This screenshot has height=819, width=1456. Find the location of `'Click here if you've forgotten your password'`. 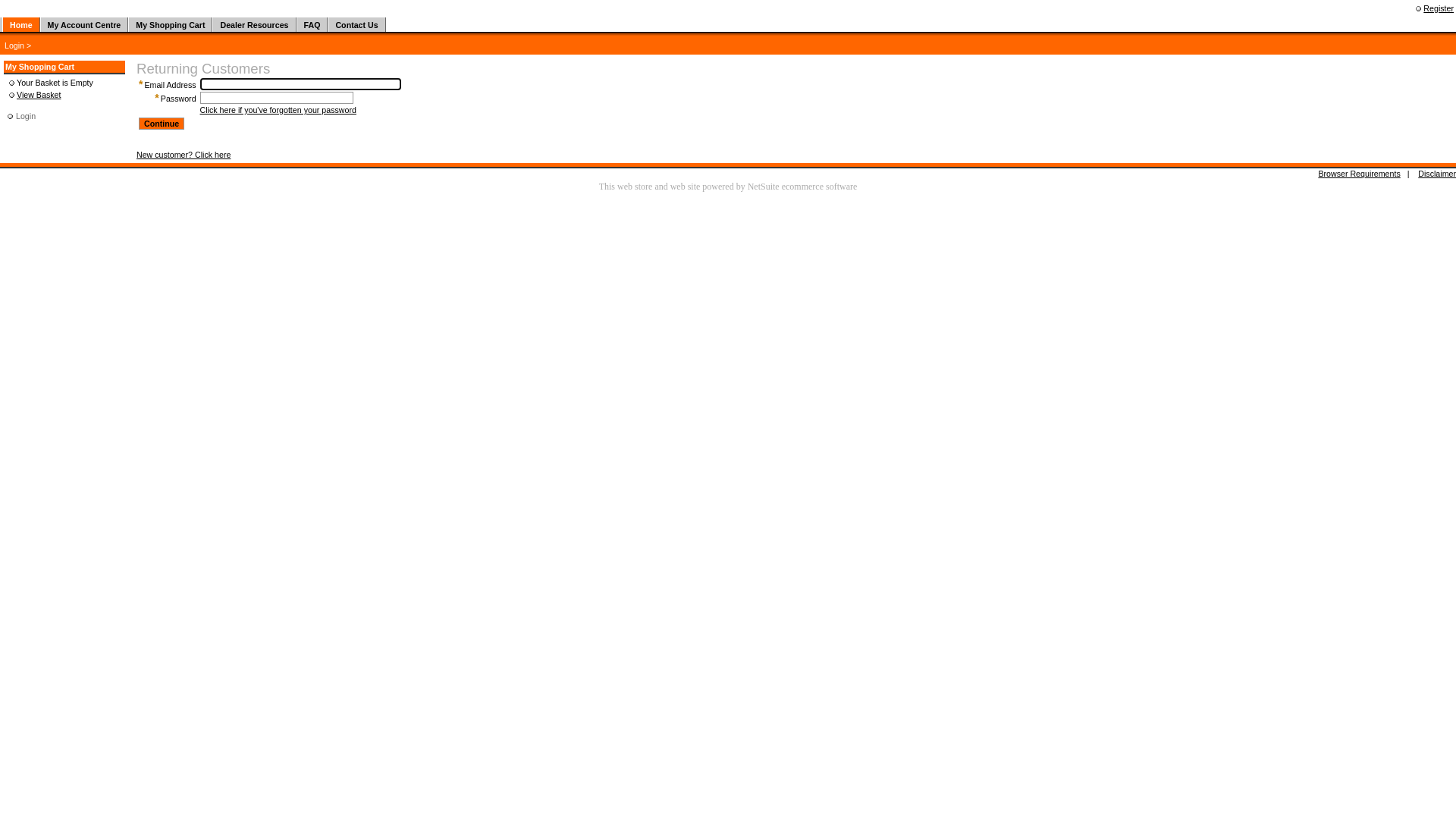

'Click here if you've forgotten your password' is located at coordinates (278, 109).